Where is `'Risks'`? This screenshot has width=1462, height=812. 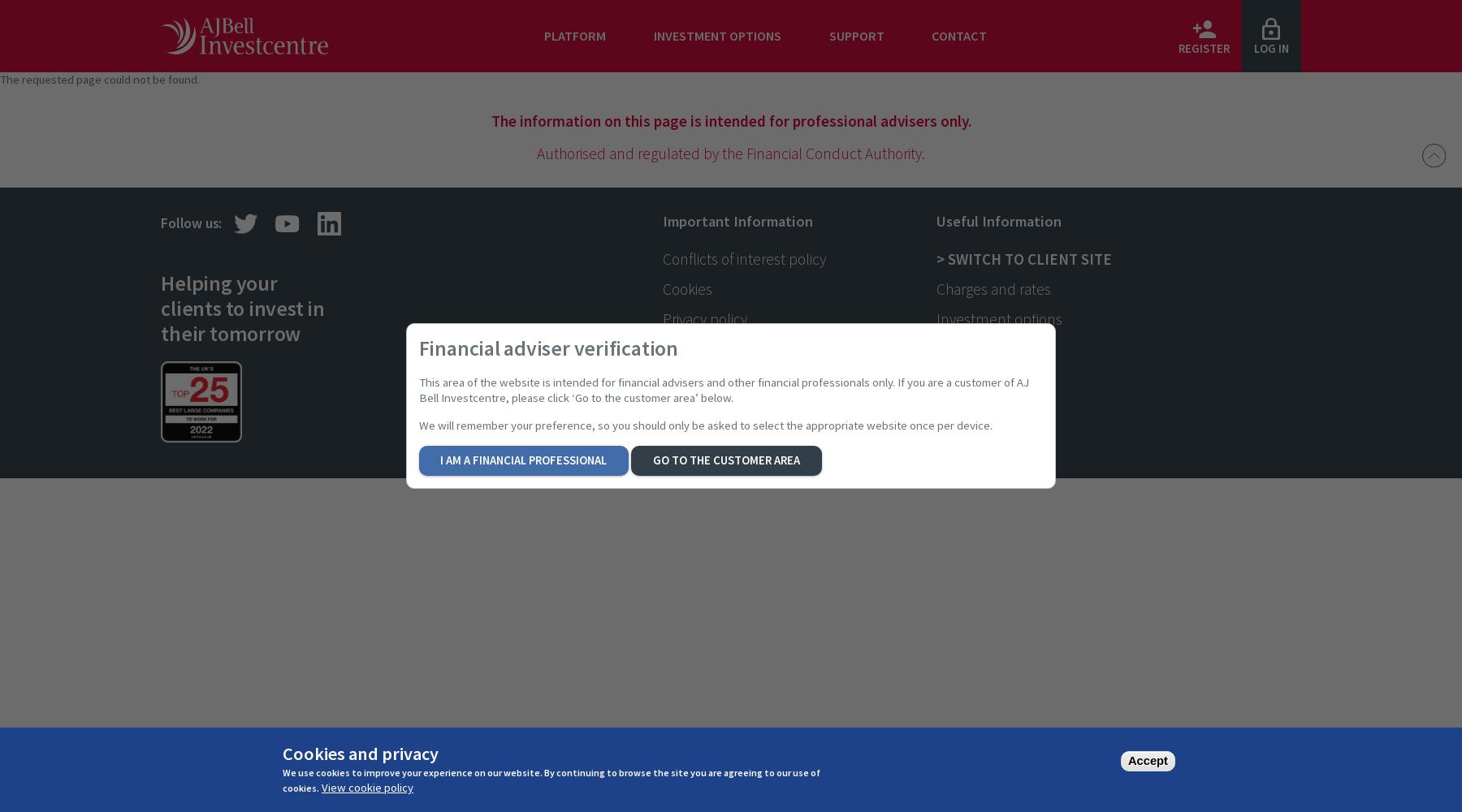
'Risks' is located at coordinates (662, 378).